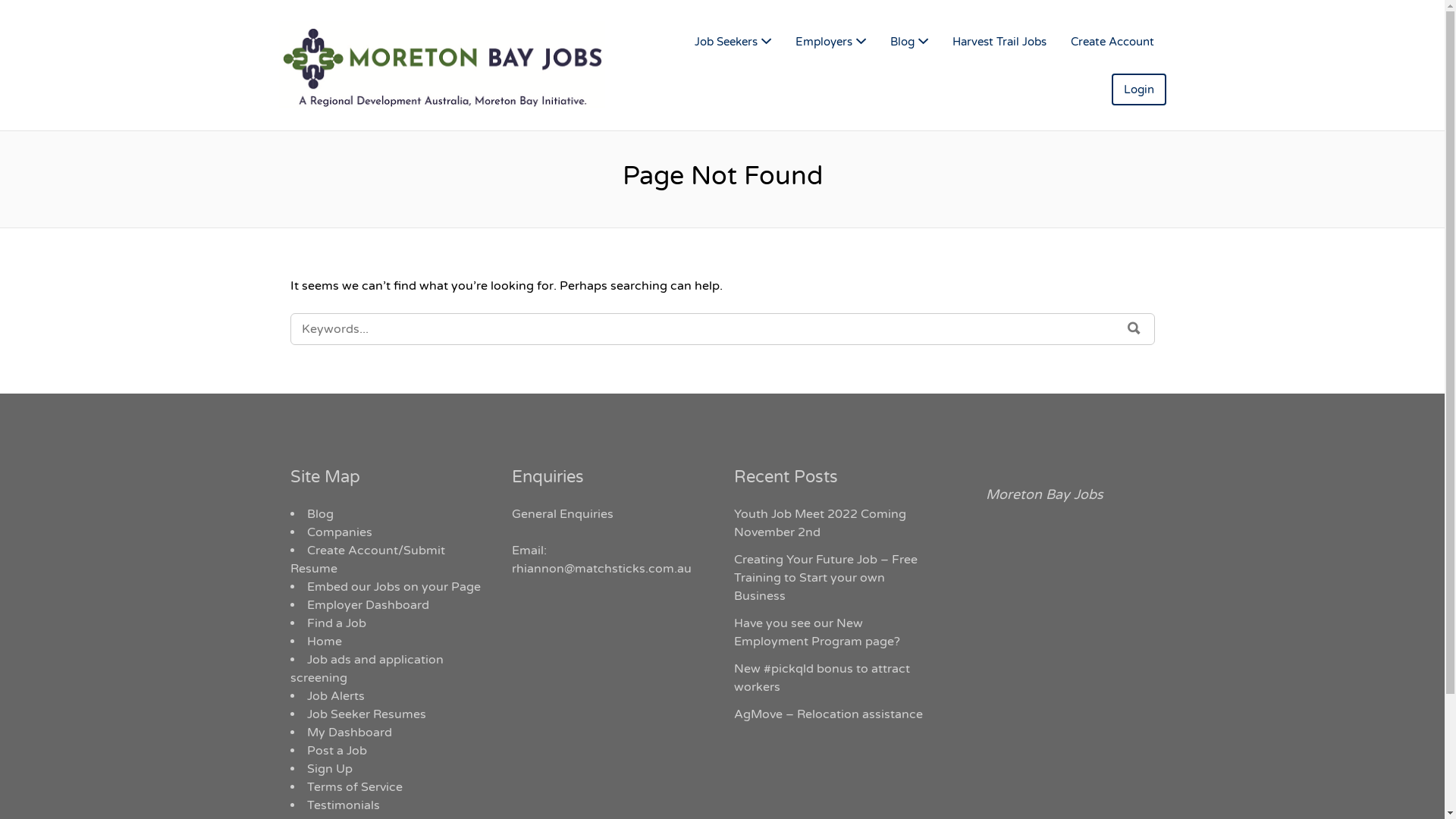 Image resolution: width=1456 pixels, height=819 pixels. What do you see at coordinates (1139, 89) in the screenshot?
I see `'Login'` at bounding box center [1139, 89].